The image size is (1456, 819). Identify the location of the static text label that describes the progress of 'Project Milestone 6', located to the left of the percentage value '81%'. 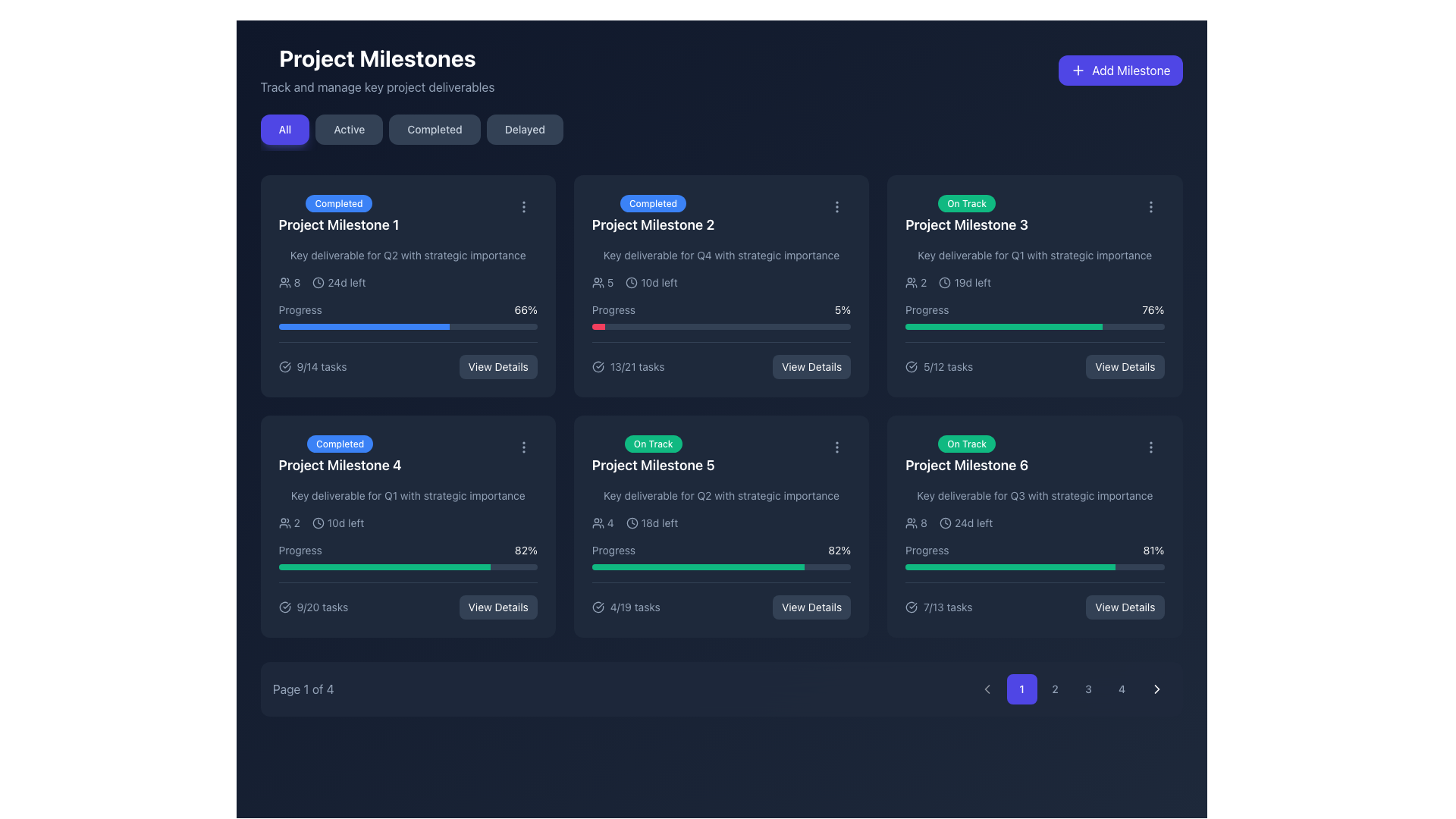
(926, 550).